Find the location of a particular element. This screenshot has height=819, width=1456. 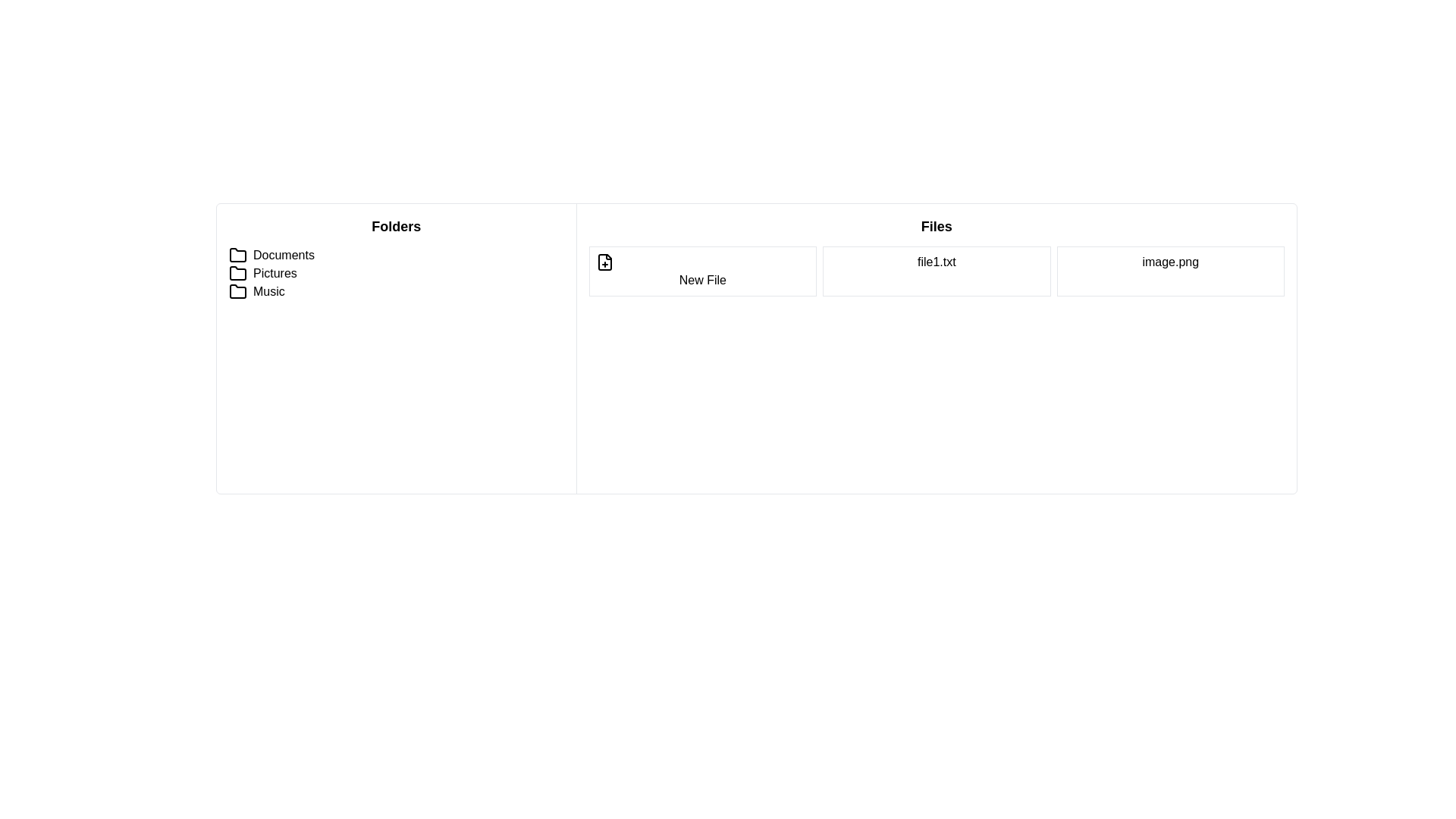

the 'Music' folder item, which is the third item in the vertical list of folders is located at coordinates (396, 292).